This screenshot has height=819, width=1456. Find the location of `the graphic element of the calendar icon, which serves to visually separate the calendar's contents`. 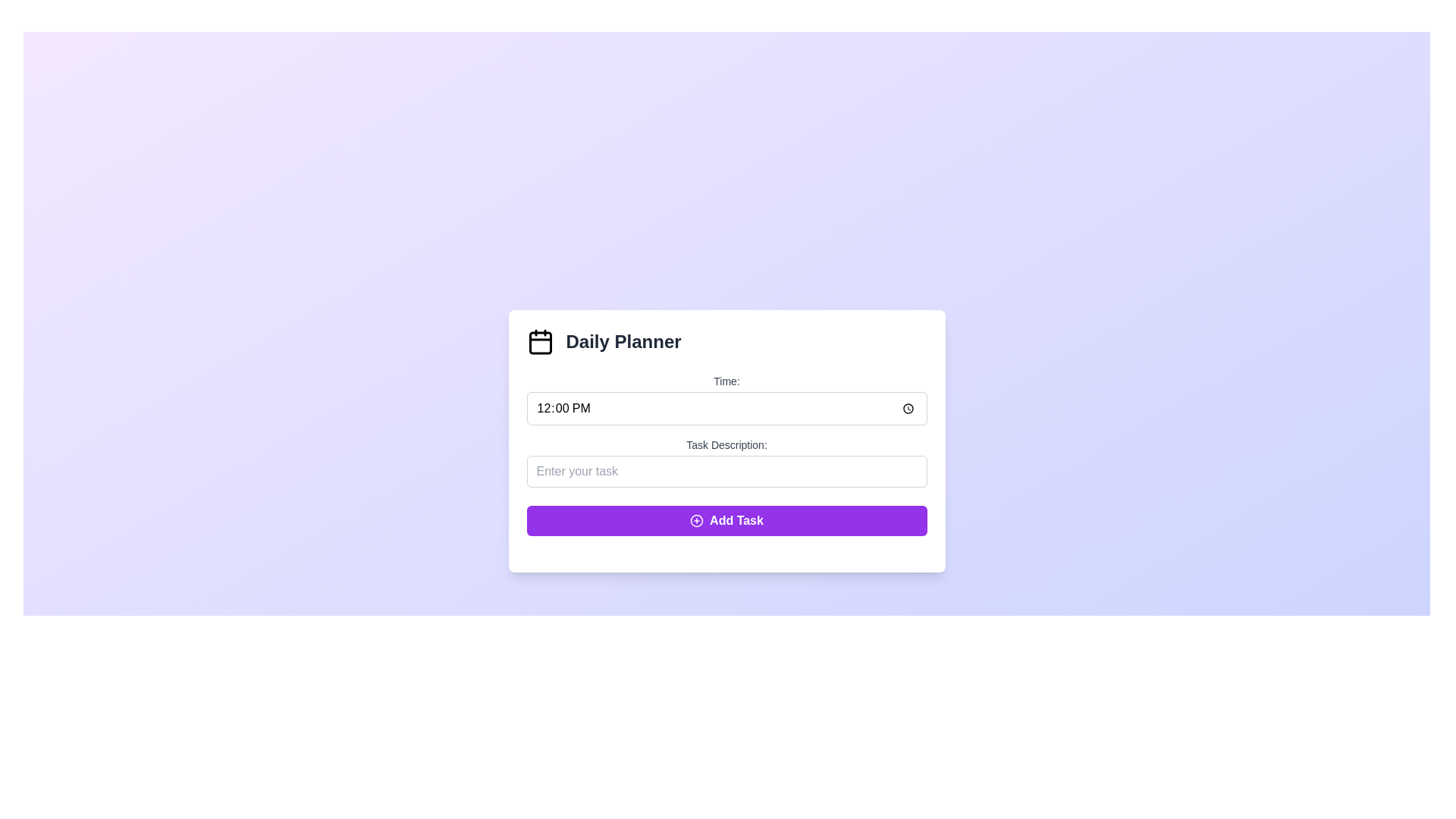

the graphic element of the calendar icon, which serves to visually separate the calendar's contents is located at coordinates (540, 343).